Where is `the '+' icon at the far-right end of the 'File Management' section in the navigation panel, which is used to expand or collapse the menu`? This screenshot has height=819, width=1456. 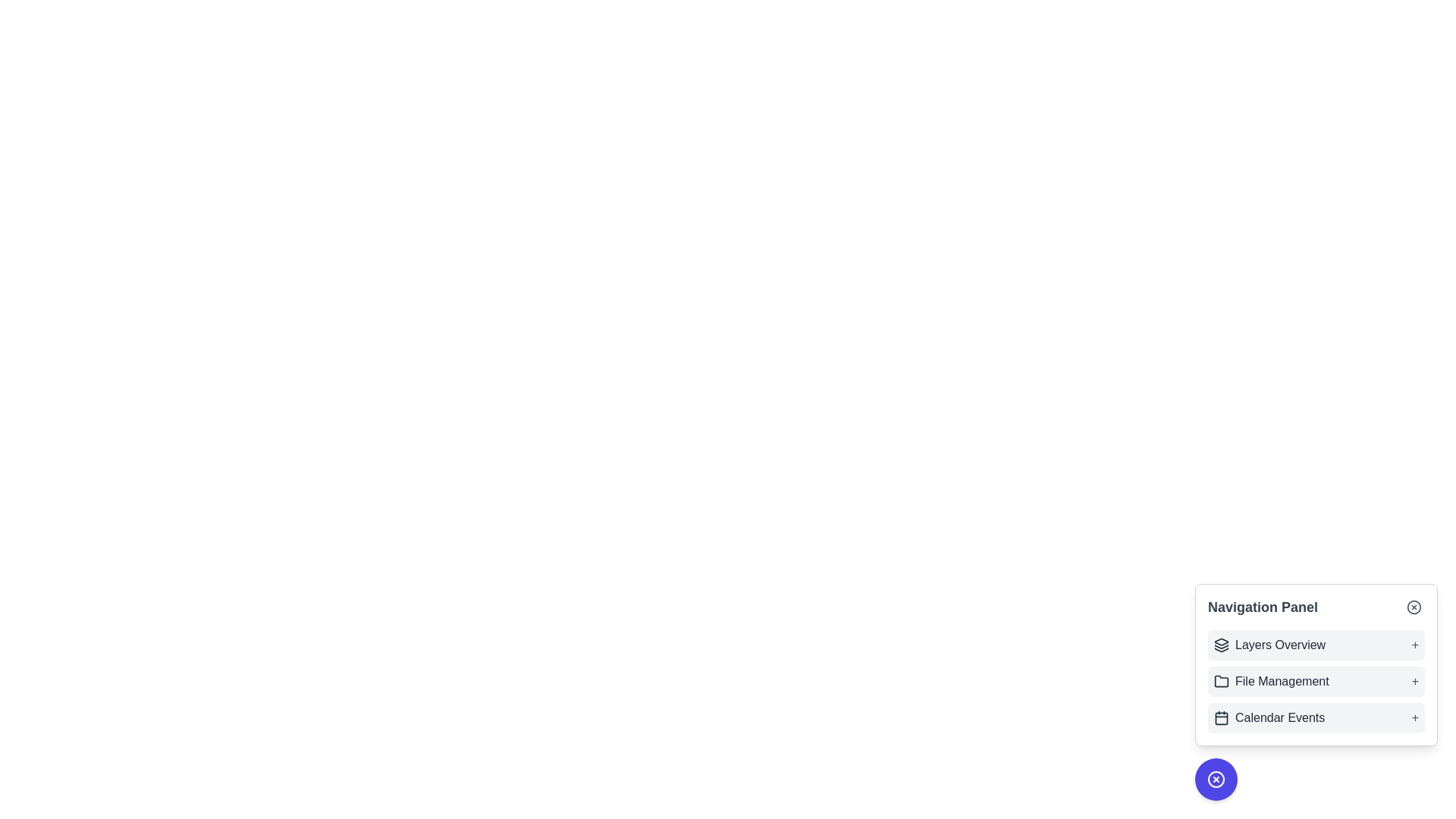
the '+' icon at the far-right end of the 'File Management' section in the navigation panel, which is used to expand or collapse the menu is located at coordinates (1414, 680).